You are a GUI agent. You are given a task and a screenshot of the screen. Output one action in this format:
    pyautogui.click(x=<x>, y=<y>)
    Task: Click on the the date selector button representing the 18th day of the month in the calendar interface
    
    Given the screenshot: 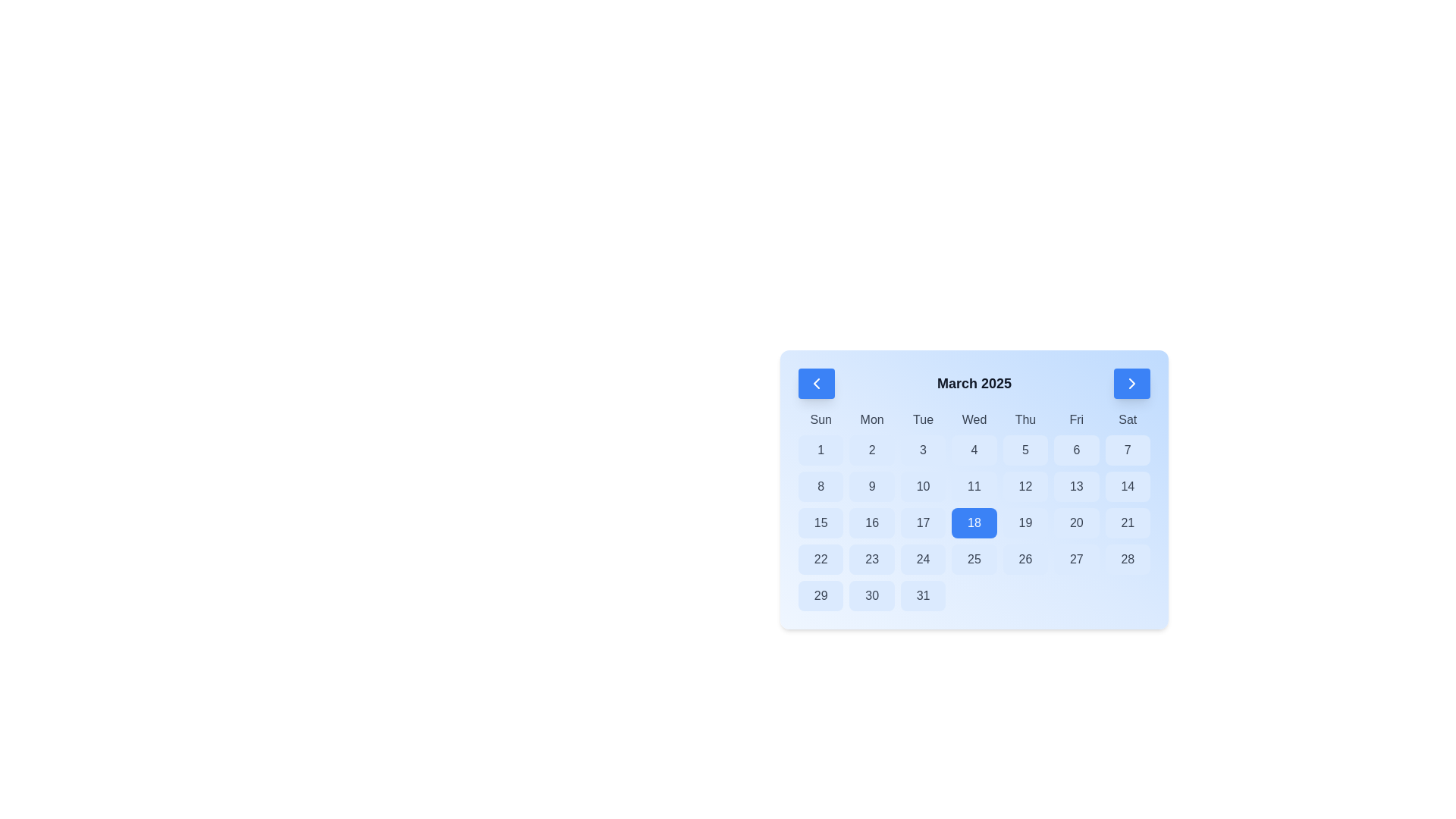 What is the action you would take?
    pyautogui.click(x=974, y=522)
    